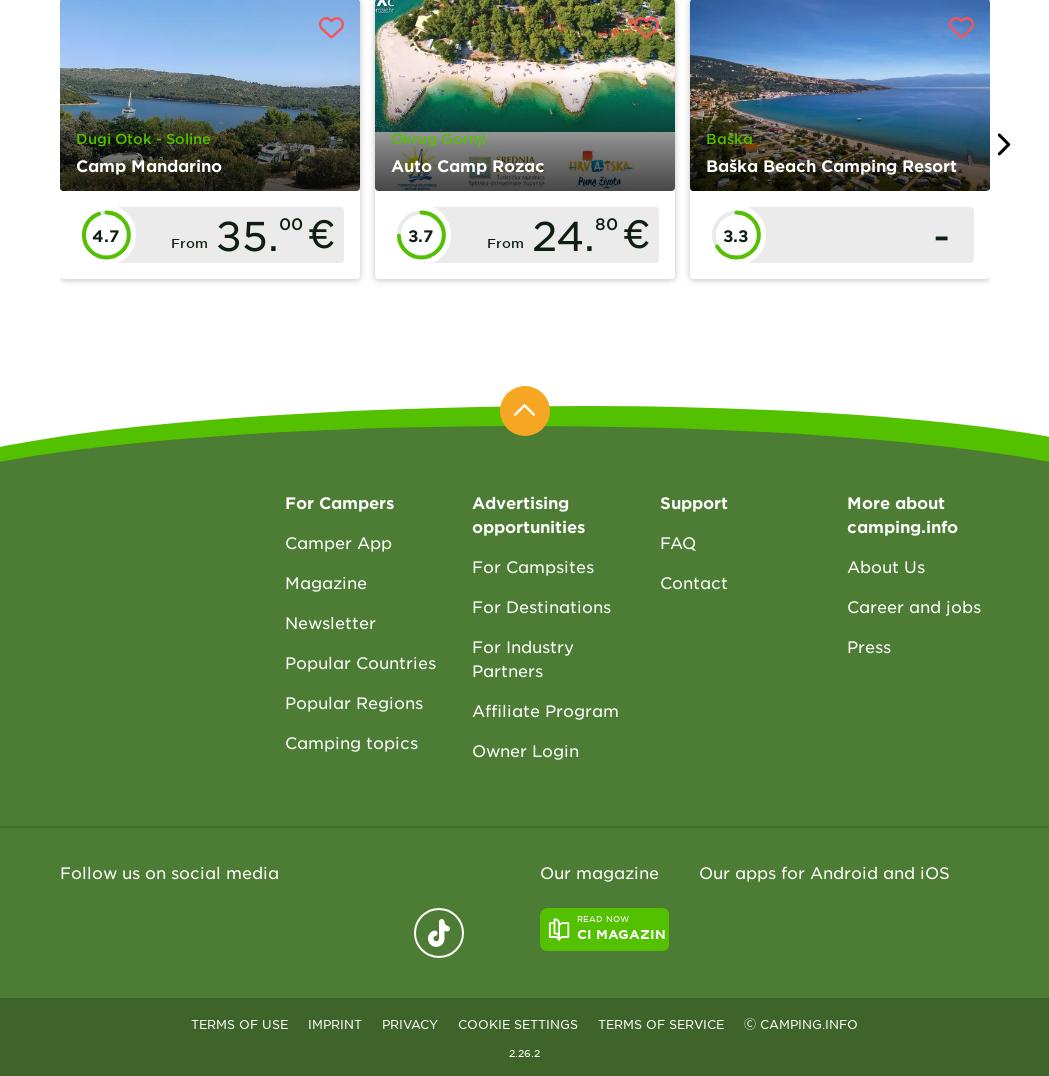 This screenshot has height=1076, width=1049. I want to click on '-', so click(940, 234).